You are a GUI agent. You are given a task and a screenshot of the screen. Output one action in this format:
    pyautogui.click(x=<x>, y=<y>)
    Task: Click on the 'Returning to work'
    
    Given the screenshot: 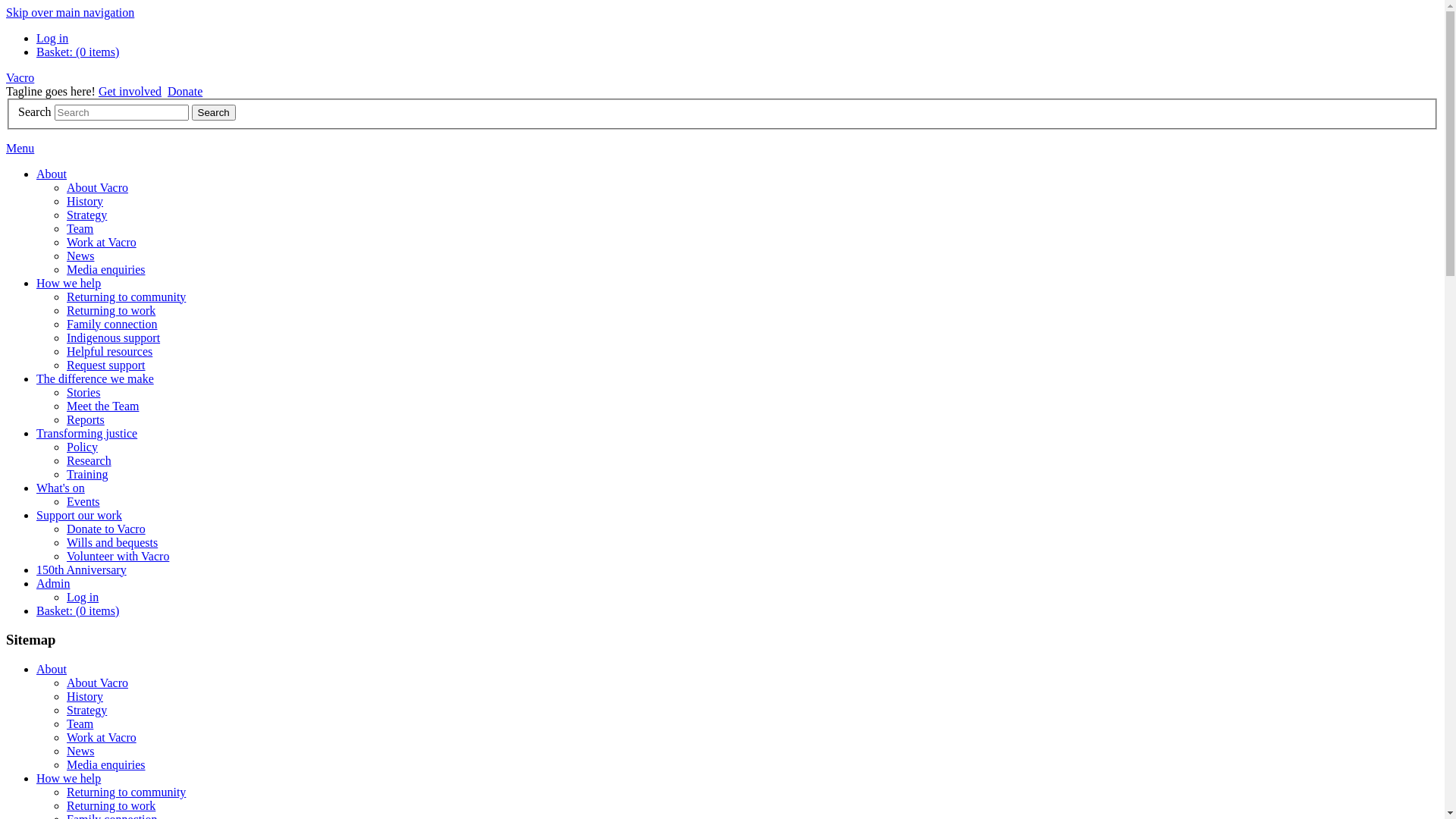 What is the action you would take?
    pyautogui.click(x=110, y=805)
    